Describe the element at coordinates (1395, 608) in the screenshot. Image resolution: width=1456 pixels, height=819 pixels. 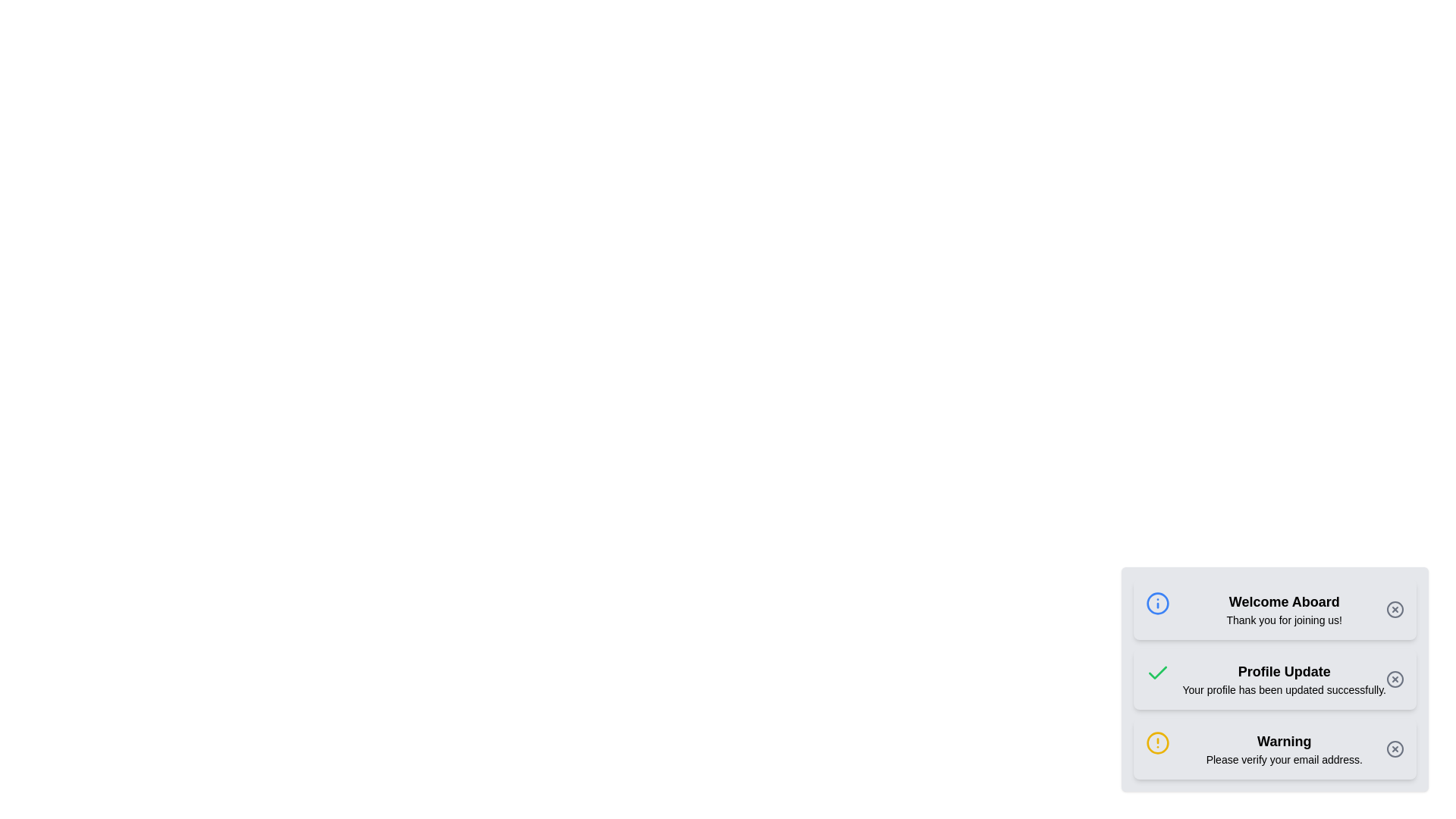
I see `the close button located in the top-right corner of the 'Welcome Aboard' notification` at that location.